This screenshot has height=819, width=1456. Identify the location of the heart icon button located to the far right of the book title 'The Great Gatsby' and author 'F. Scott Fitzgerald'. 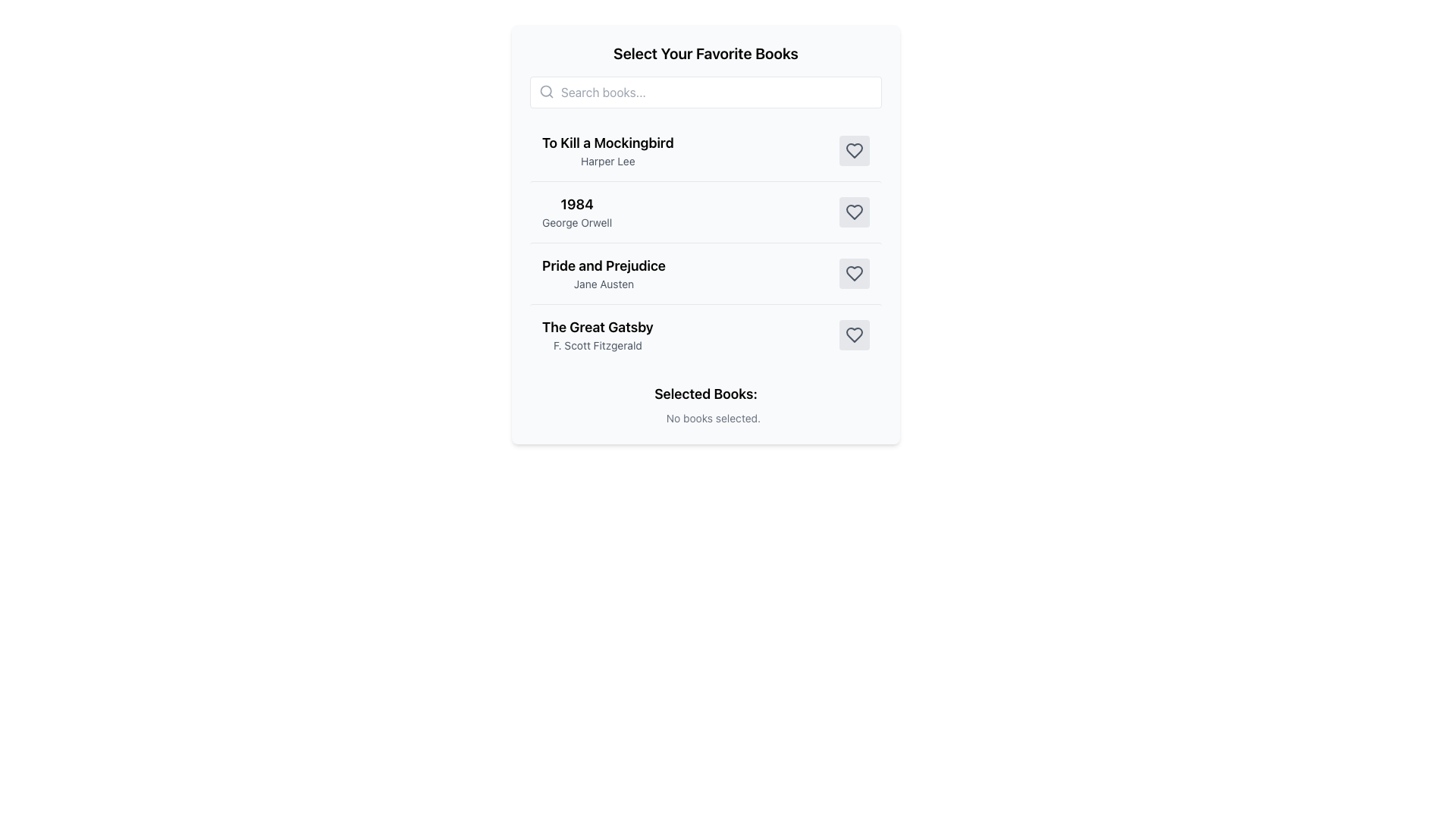
(855, 334).